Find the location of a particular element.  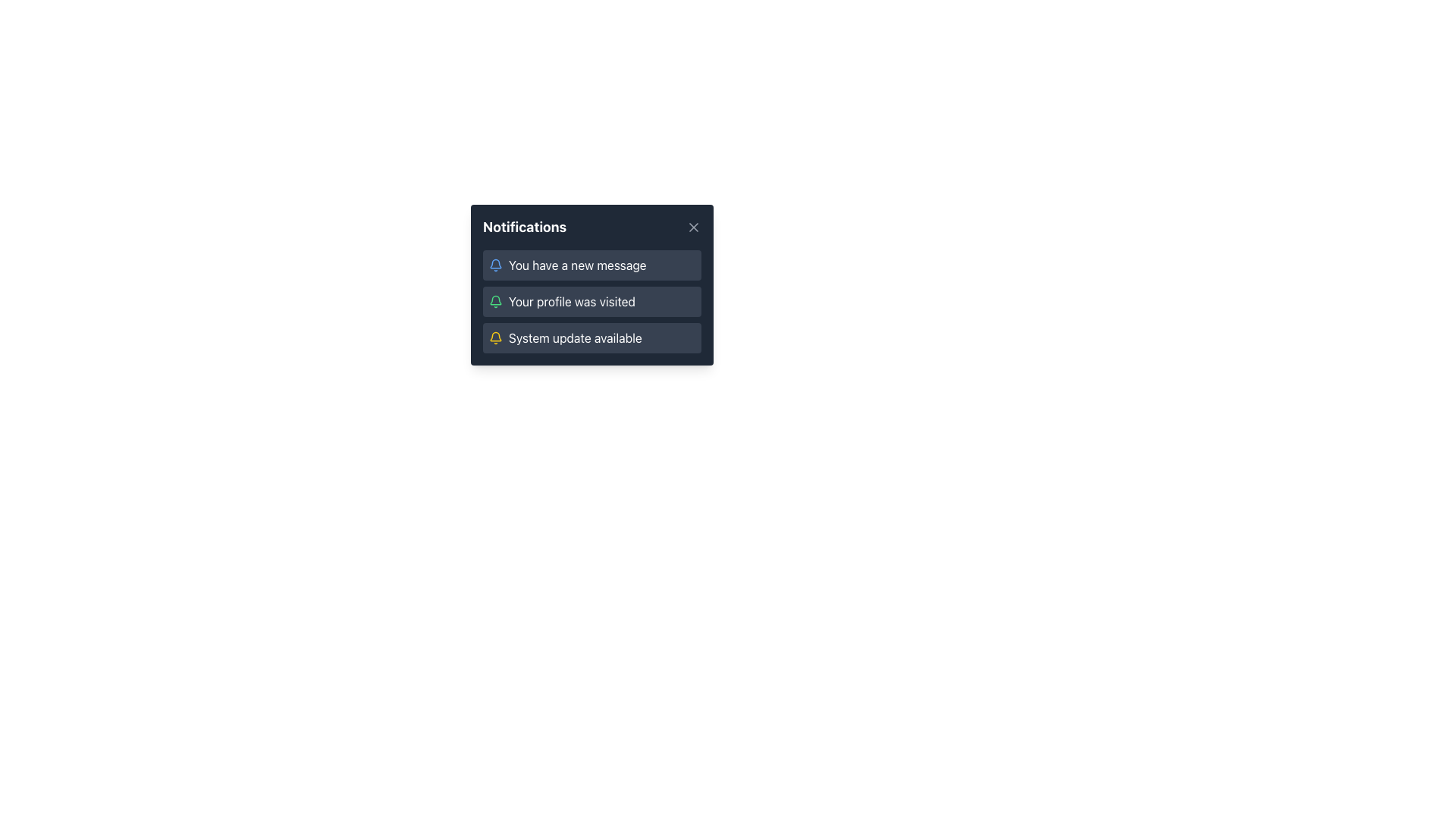

the notification bar with the text 'System update available' is located at coordinates (591, 337).